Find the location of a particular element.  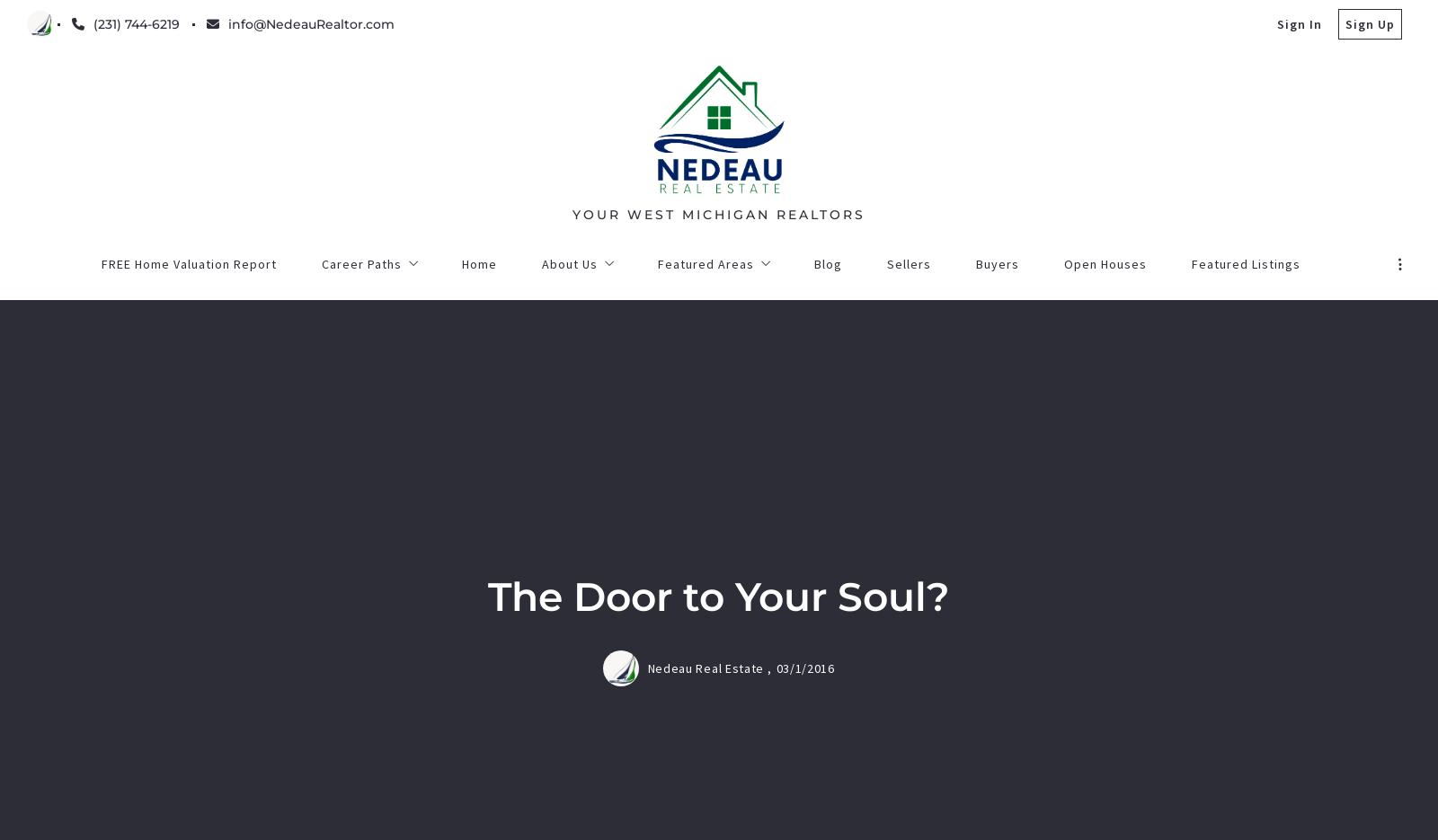

'Search More Listings' is located at coordinates (1113, 382).